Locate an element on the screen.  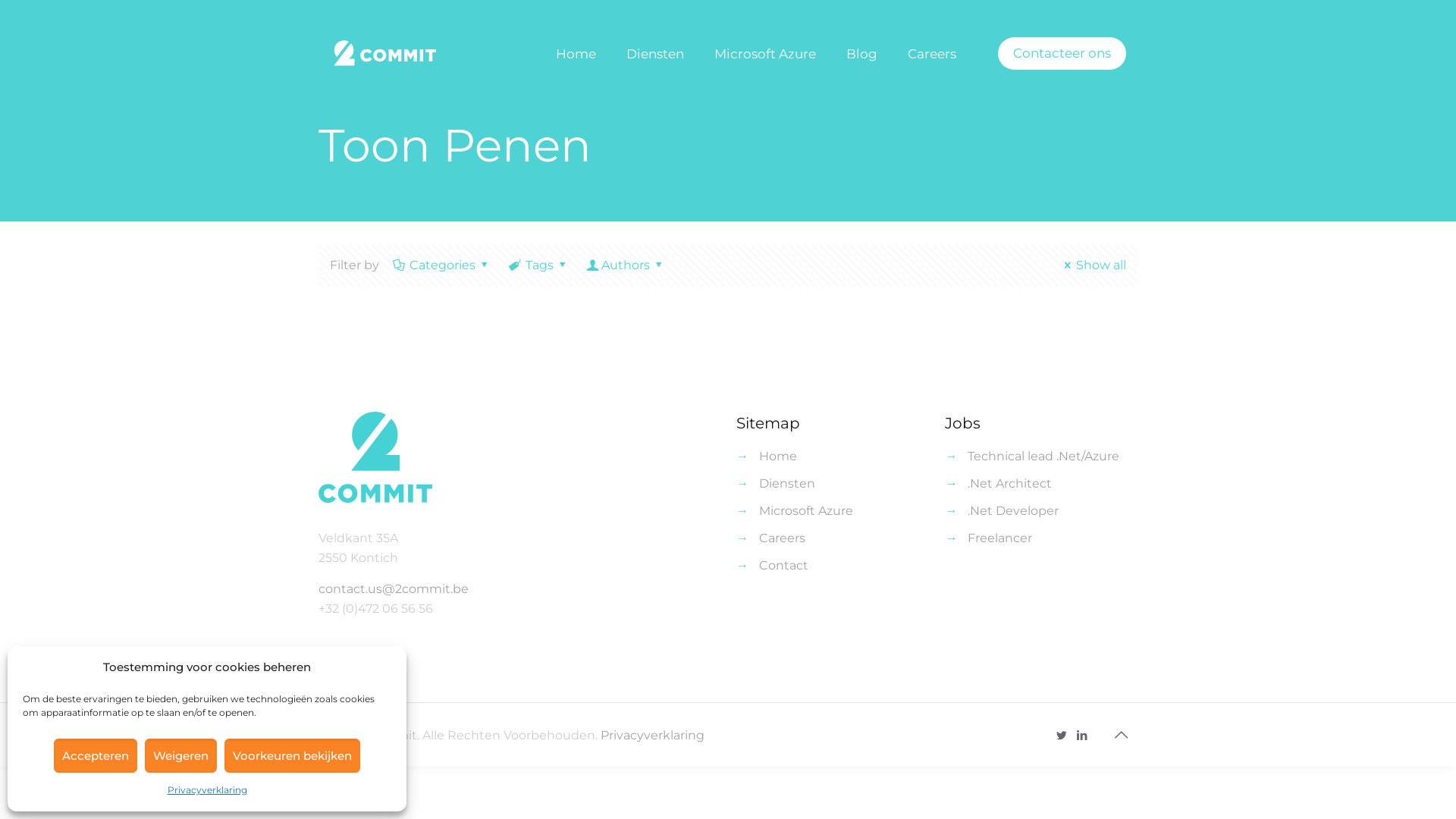
'2commit' is located at coordinates (333, 52).